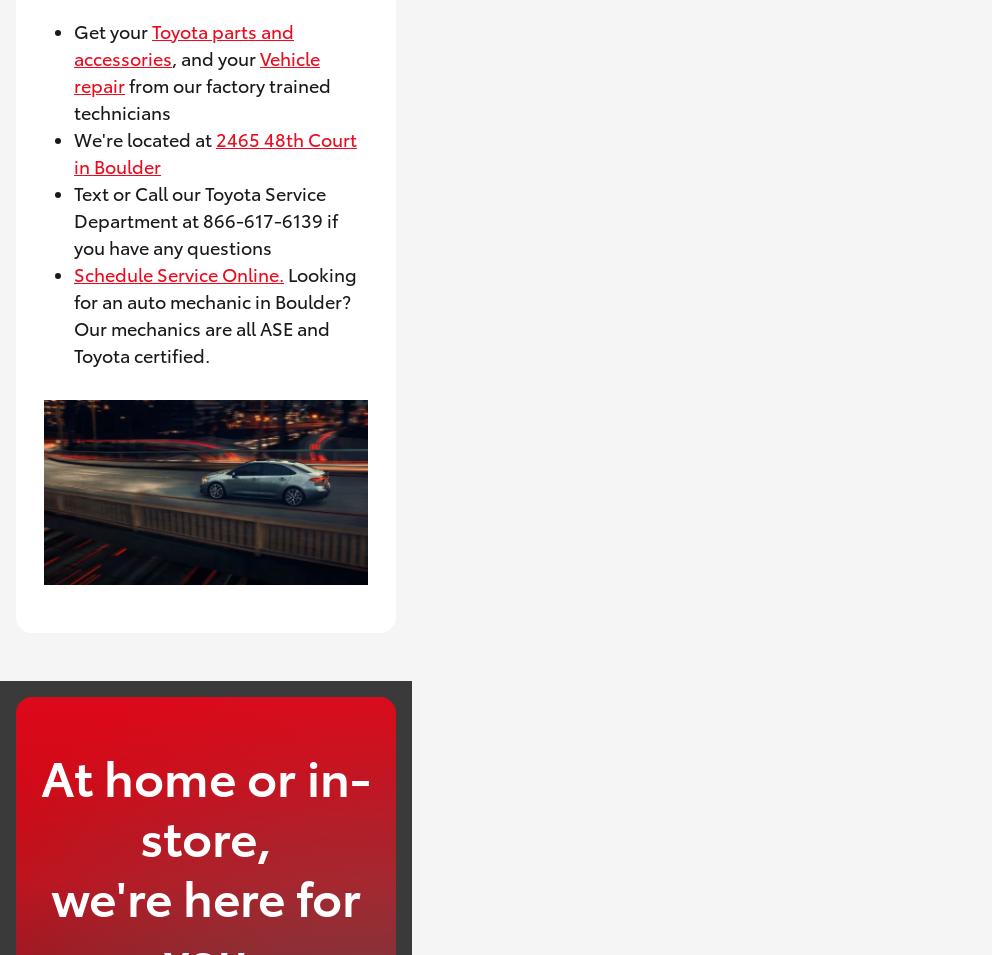  What do you see at coordinates (215, 55) in the screenshot?
I see `', and your'` at bounding box center [215, 55].